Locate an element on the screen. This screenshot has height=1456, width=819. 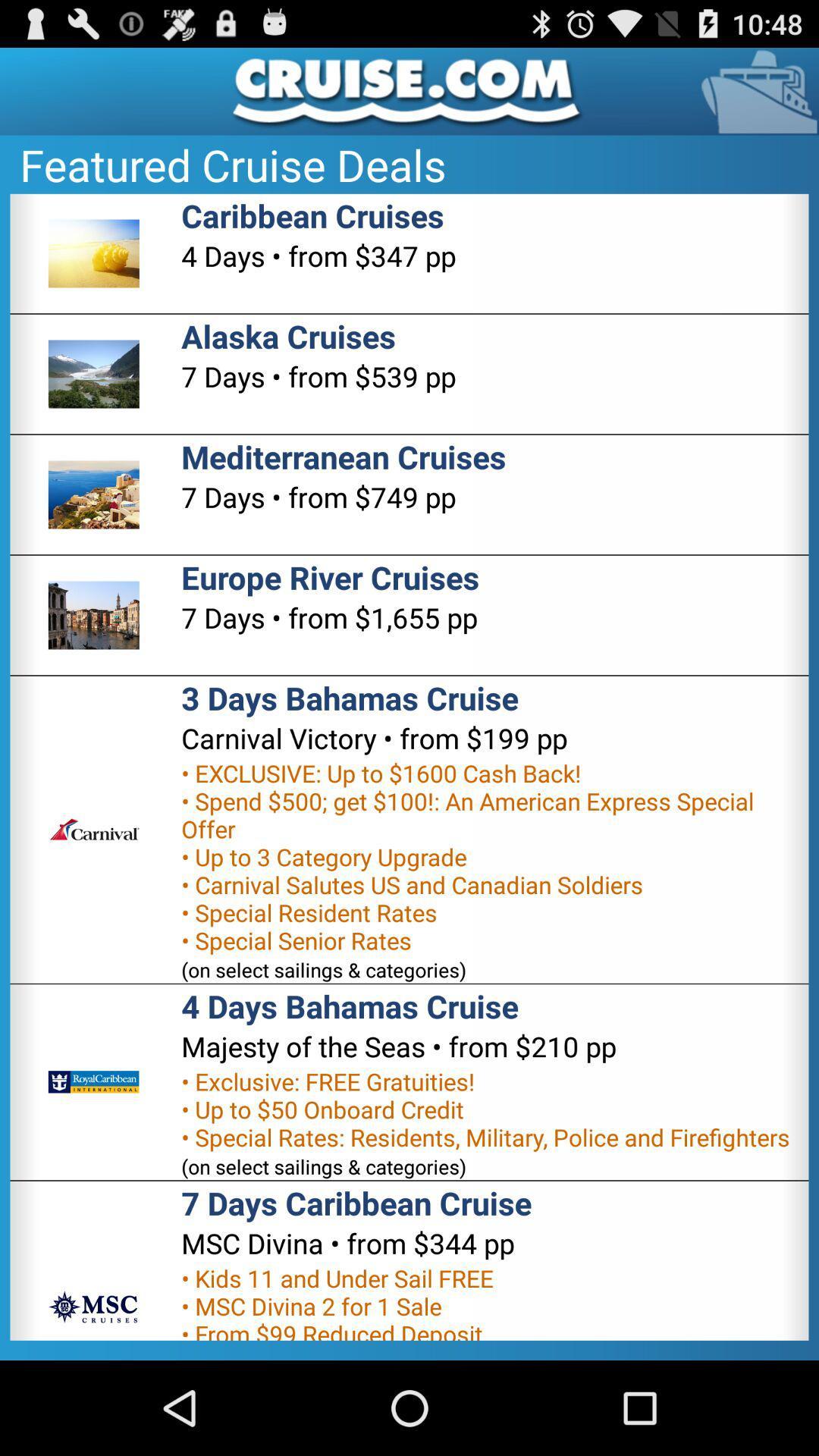
alaska cruises item is located at coordinates (288, 335).